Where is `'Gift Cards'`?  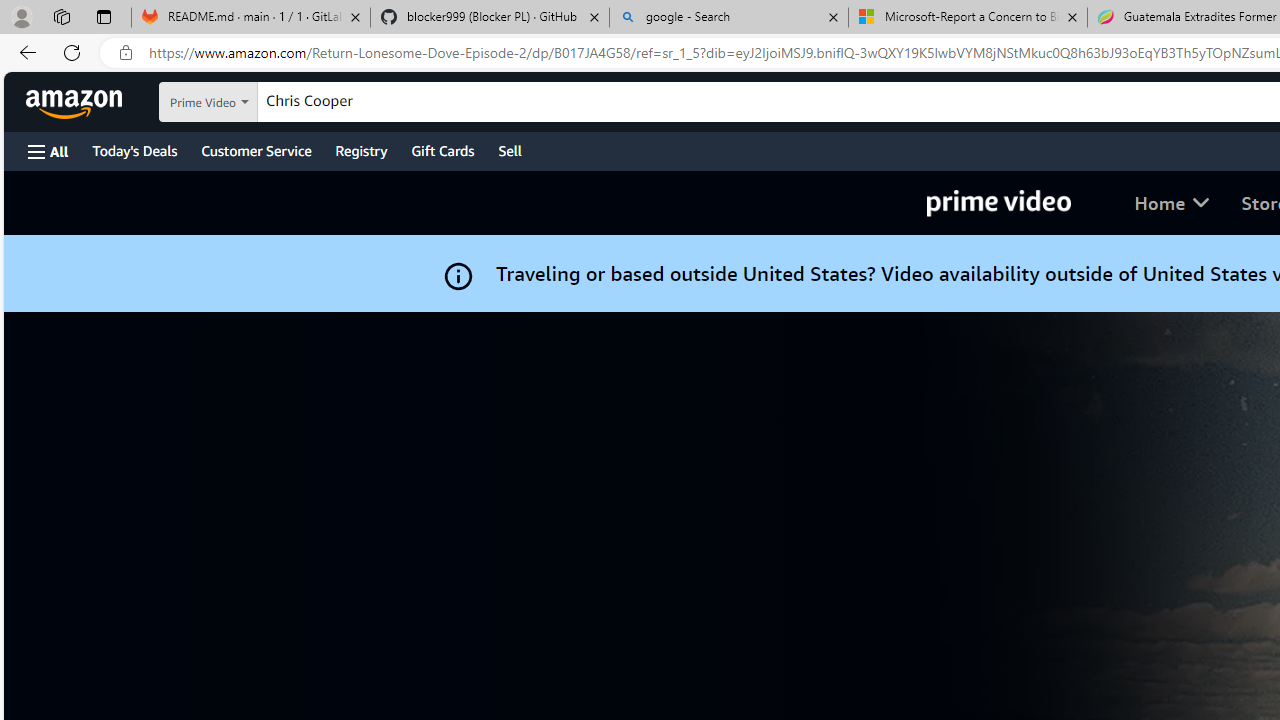
'Gift Cards' is located at coordinates (441, 149).